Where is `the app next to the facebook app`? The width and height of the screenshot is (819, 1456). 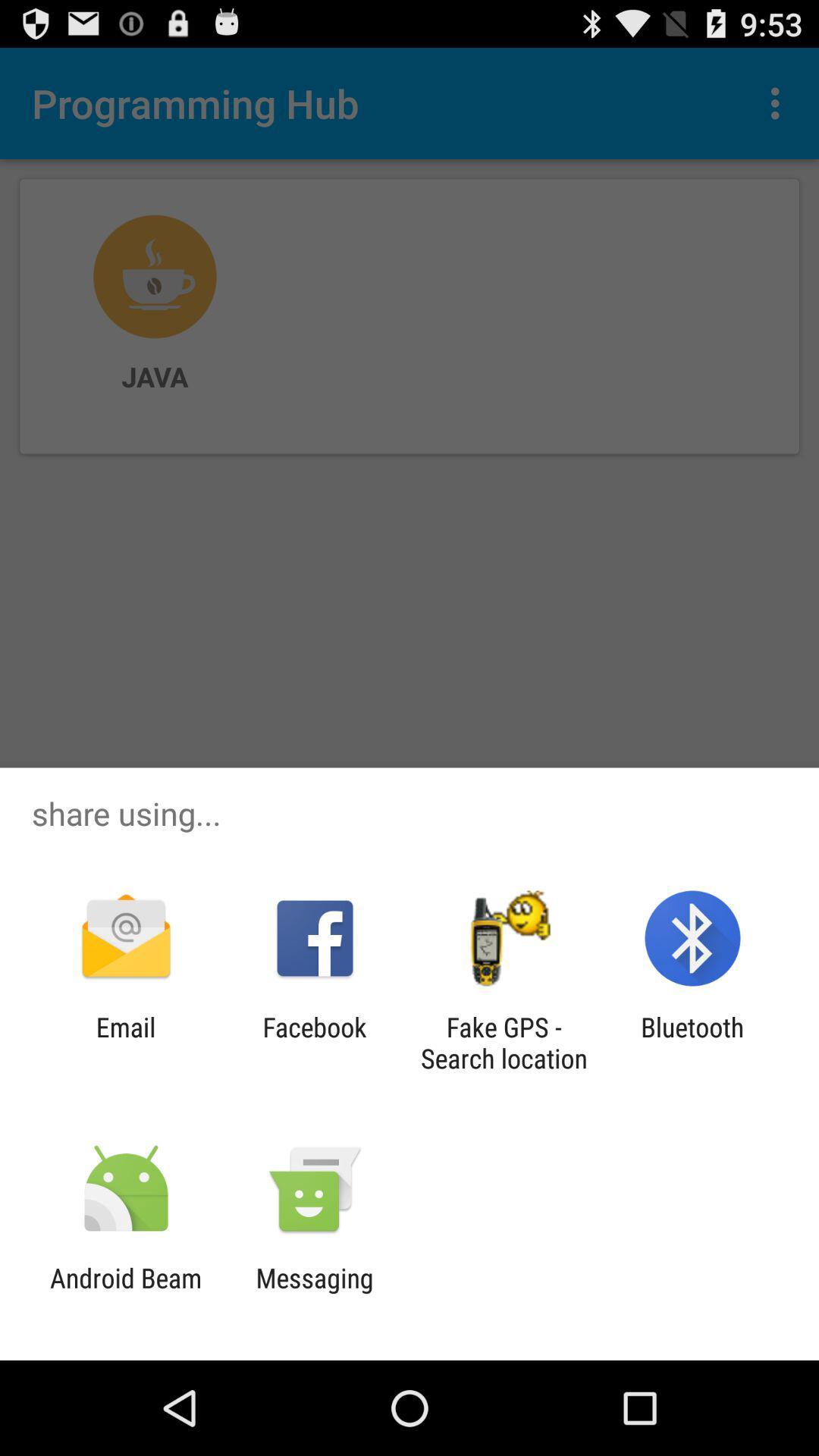
the app next to the facebook app is located at coordinates (504, 1042).